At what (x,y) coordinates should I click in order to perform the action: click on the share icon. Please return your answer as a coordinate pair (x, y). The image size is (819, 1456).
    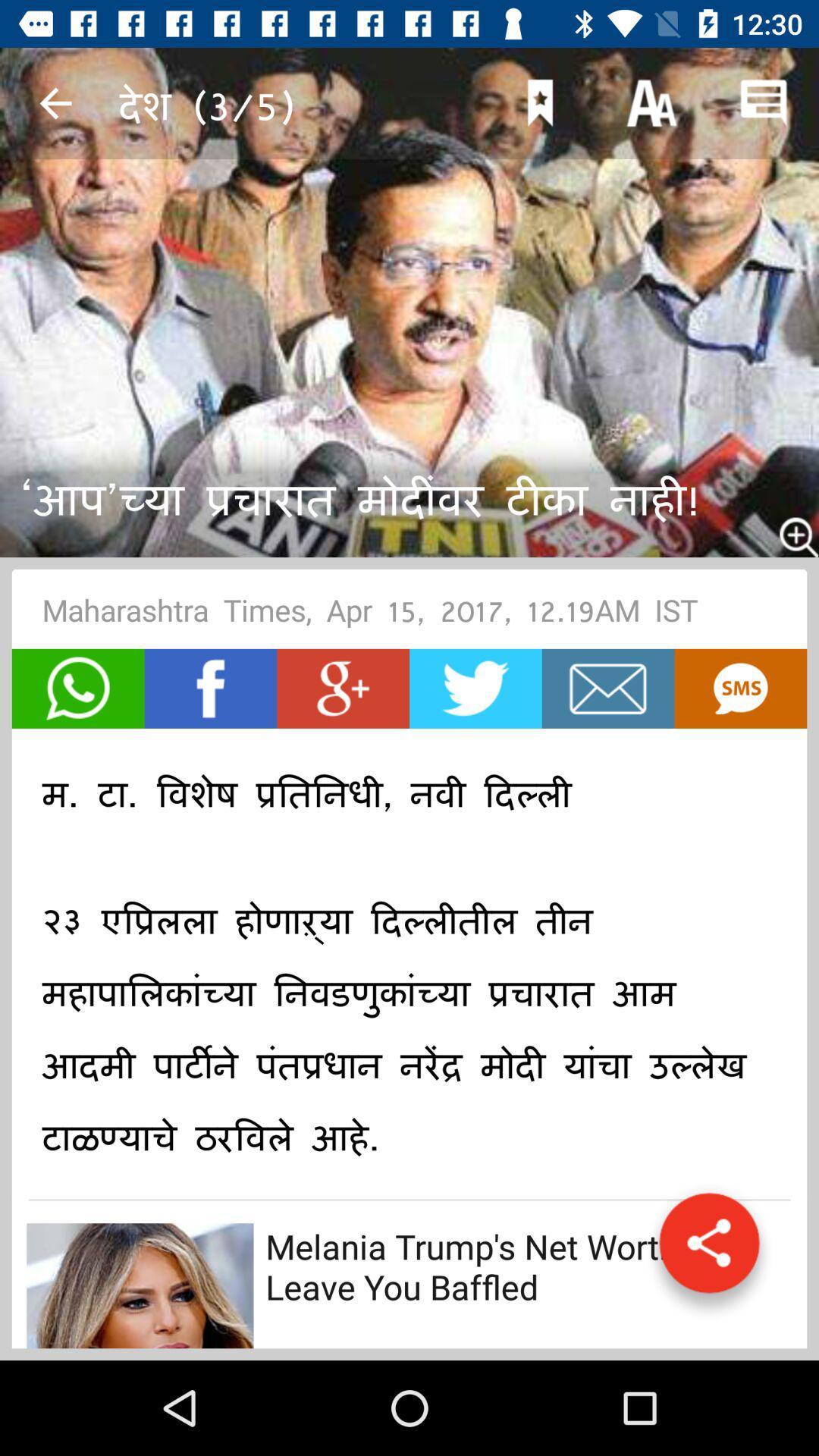
    Looking at the image, I should click on (709, 1250).